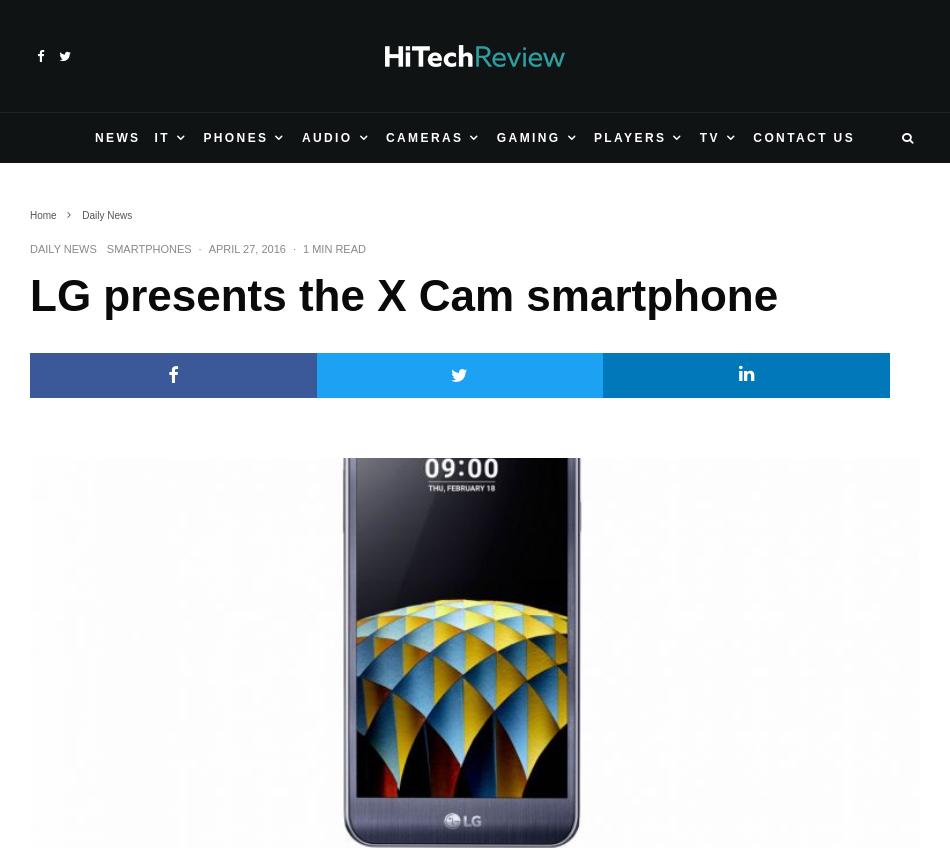  Describe the element at coordinates (585, 455) in the screenshot. I see `'Amazon debuts new Fire TV media player'` at that location.